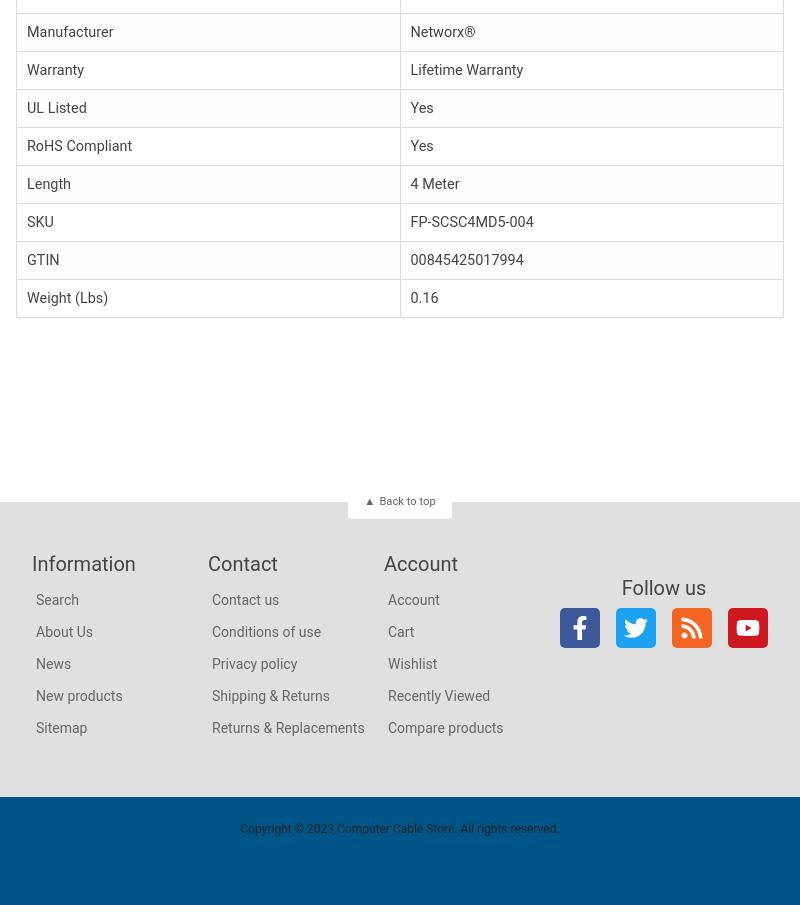 This screenshot has height=905, width=800. I want to click on 'Cart', so click(400, 630).